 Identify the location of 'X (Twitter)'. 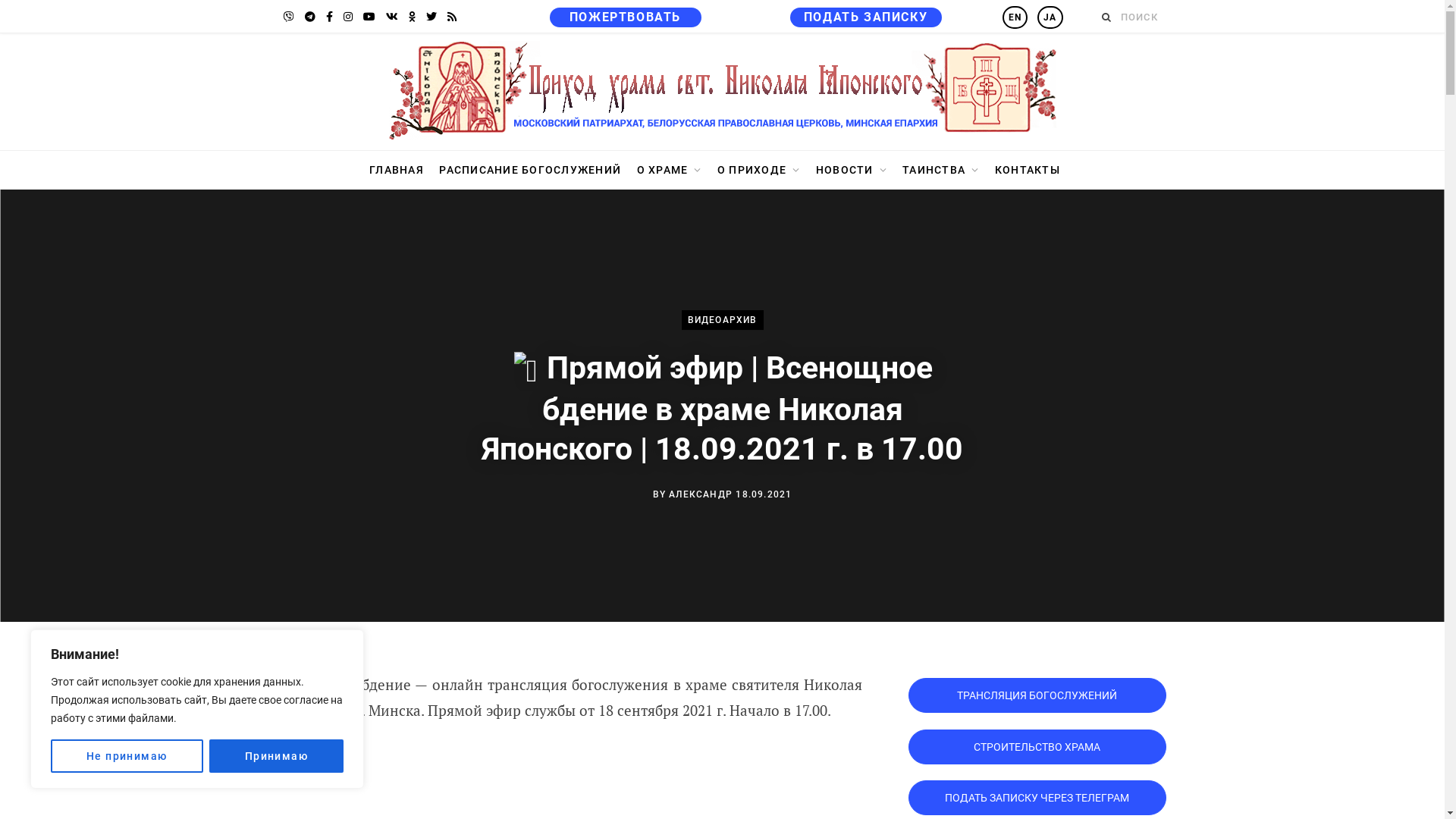
(422, 17).